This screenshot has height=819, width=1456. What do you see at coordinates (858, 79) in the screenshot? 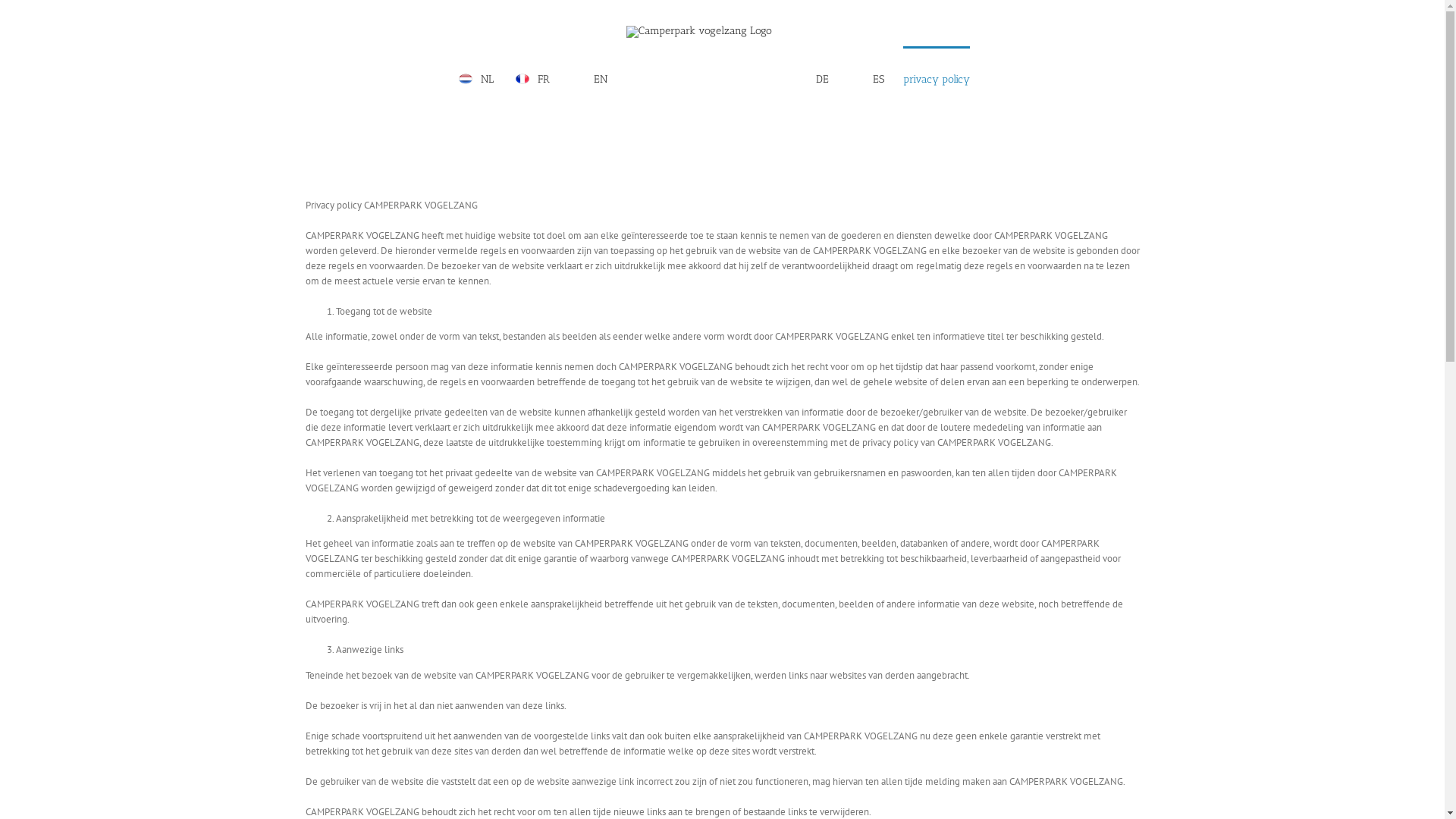
I see `'spain_640'` at bounding box center [858, 79].